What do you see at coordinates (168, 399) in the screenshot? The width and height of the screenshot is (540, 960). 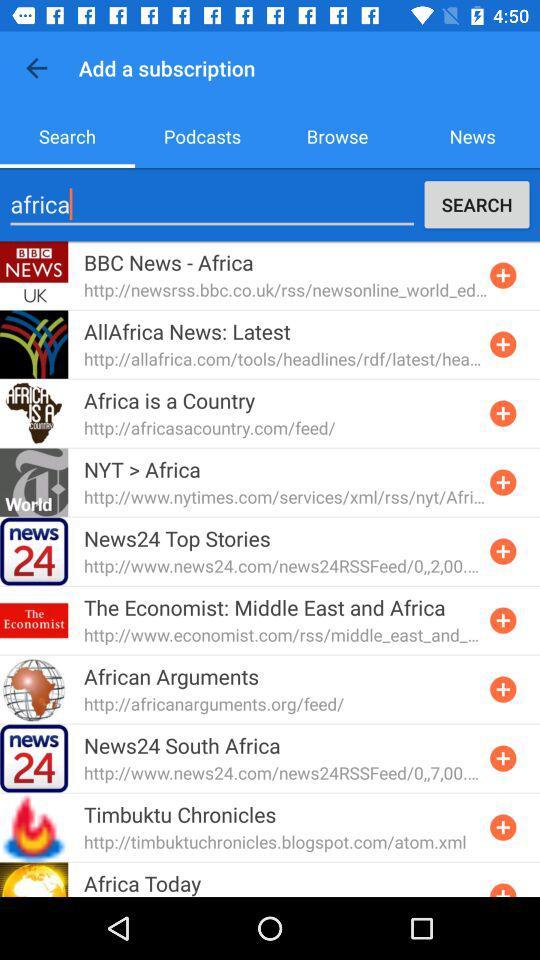 I see `africa is a icon` at bounding box center [168, 399].